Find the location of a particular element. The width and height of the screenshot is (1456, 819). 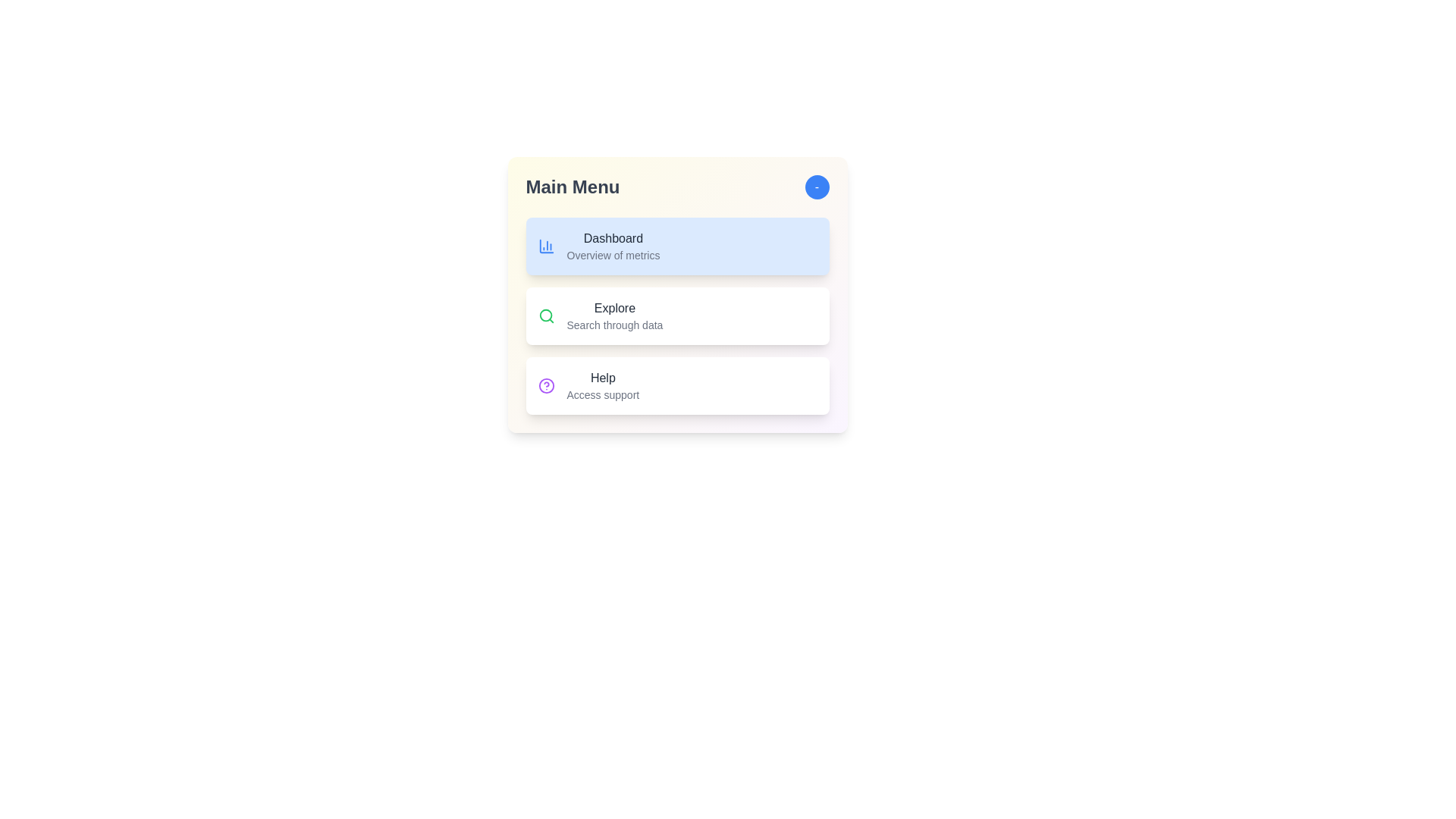

the toggle button to toggle the menu visibility is located at coordinates (816, 186).